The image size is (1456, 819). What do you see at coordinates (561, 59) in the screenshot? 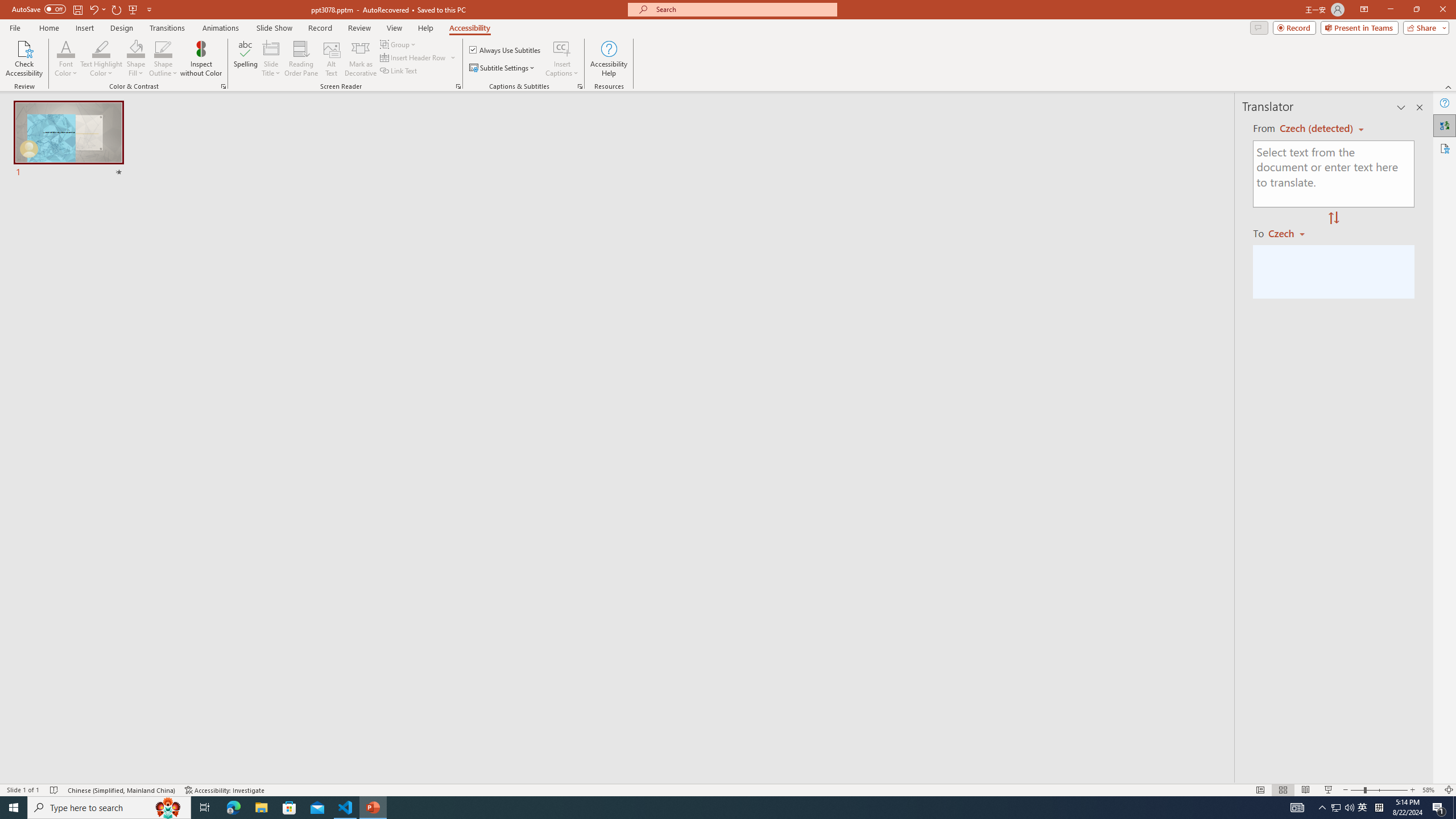
I see `'Insert Captions'` at bounding box center [561, 59].